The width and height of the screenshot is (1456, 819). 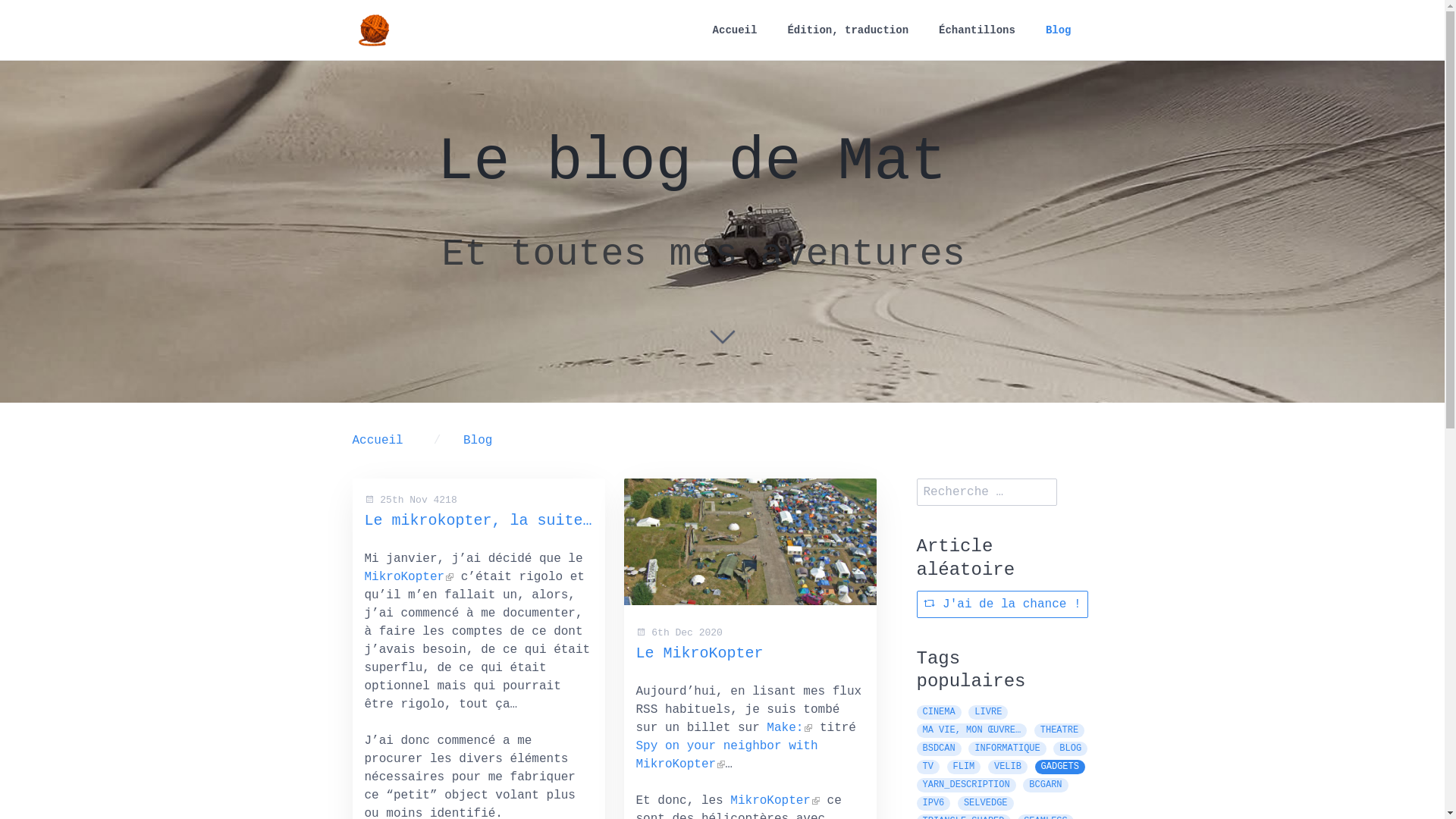 I want to click on 'LIVRE', so click(x=987, y=712).